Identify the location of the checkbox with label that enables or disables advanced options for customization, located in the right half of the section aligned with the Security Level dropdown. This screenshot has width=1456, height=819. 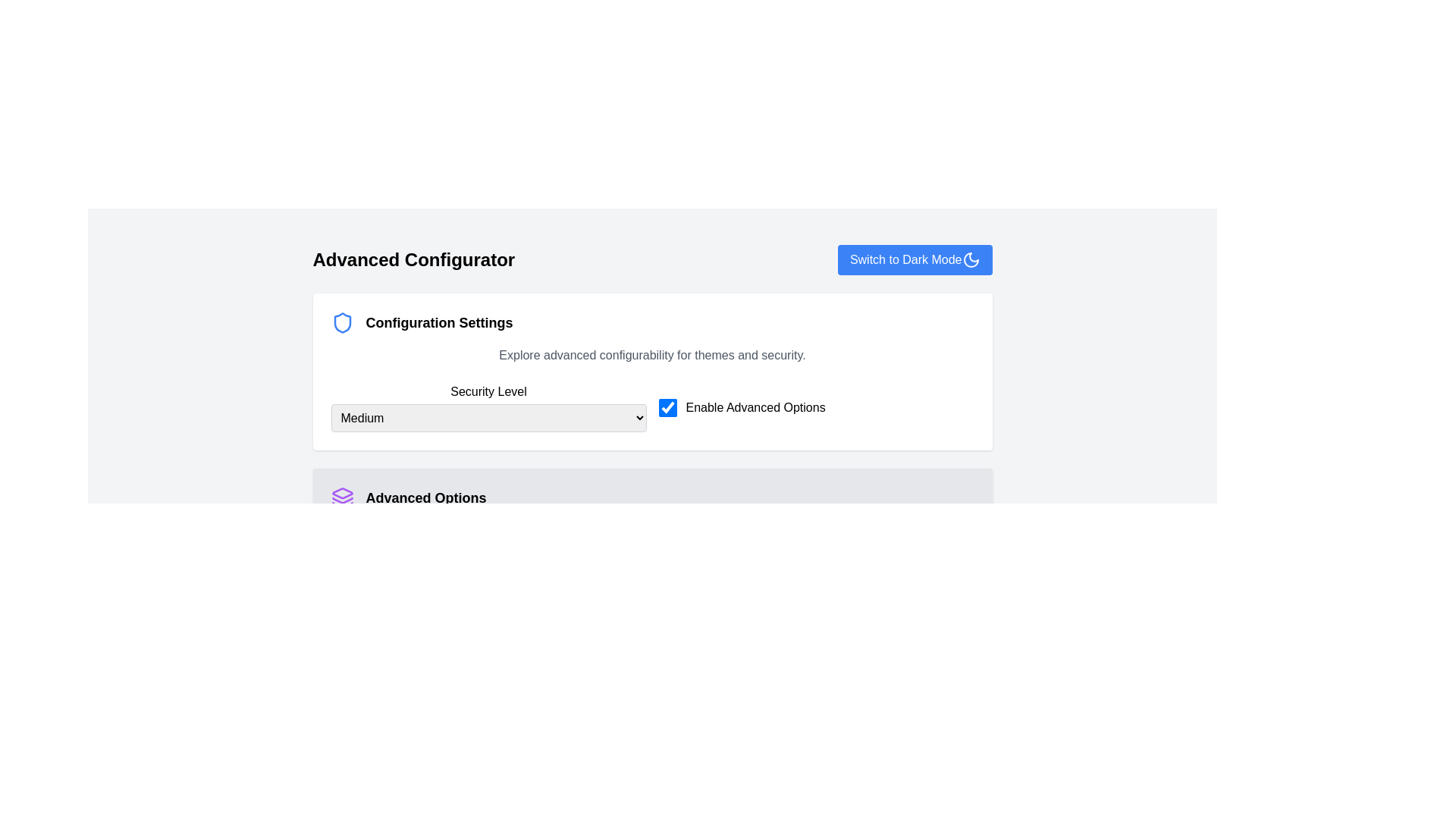
(815, 406).